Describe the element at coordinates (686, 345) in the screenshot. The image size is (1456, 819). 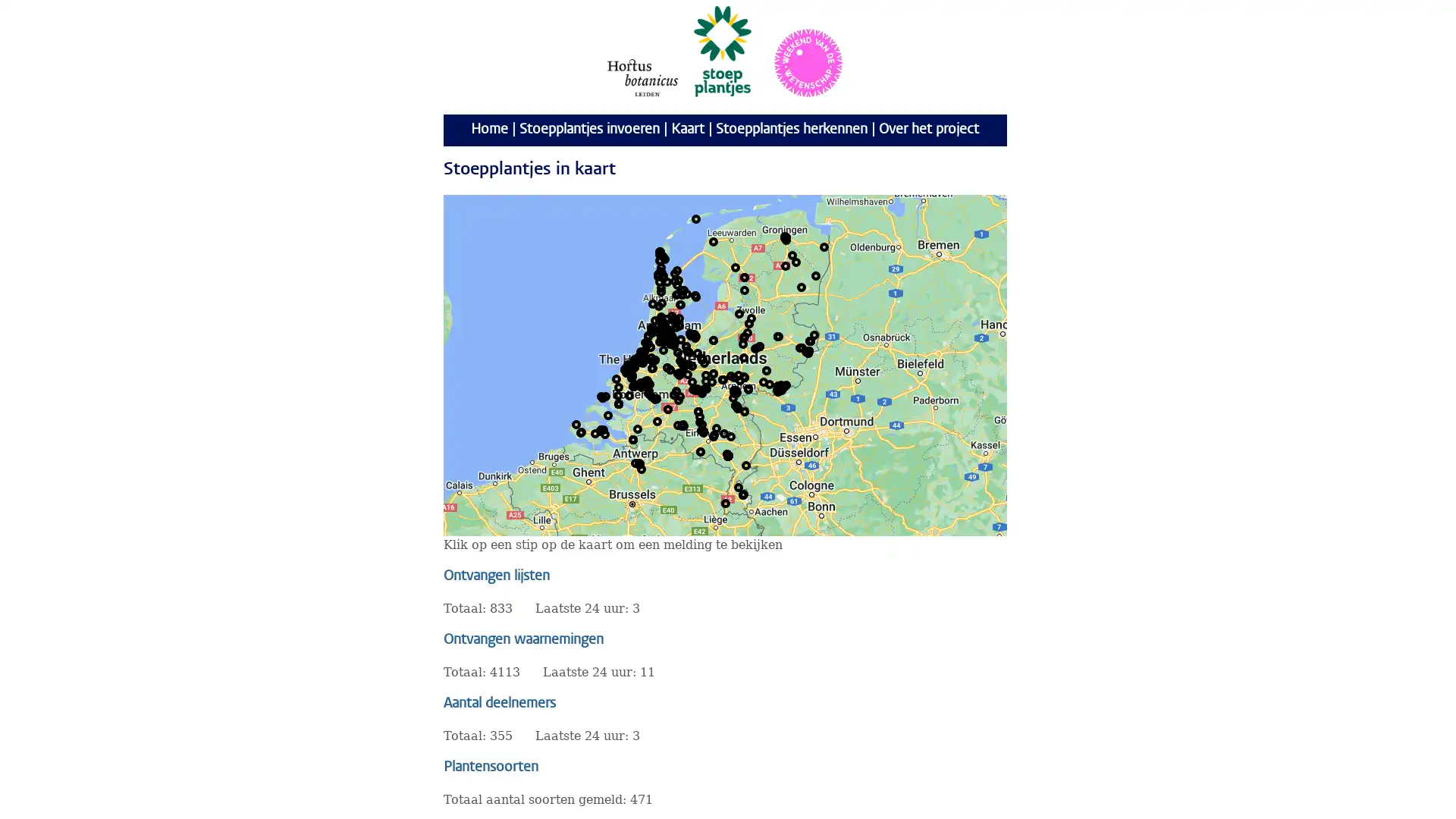
I see `Telling van Jaap CB op 24 oktober 2021` at that location.